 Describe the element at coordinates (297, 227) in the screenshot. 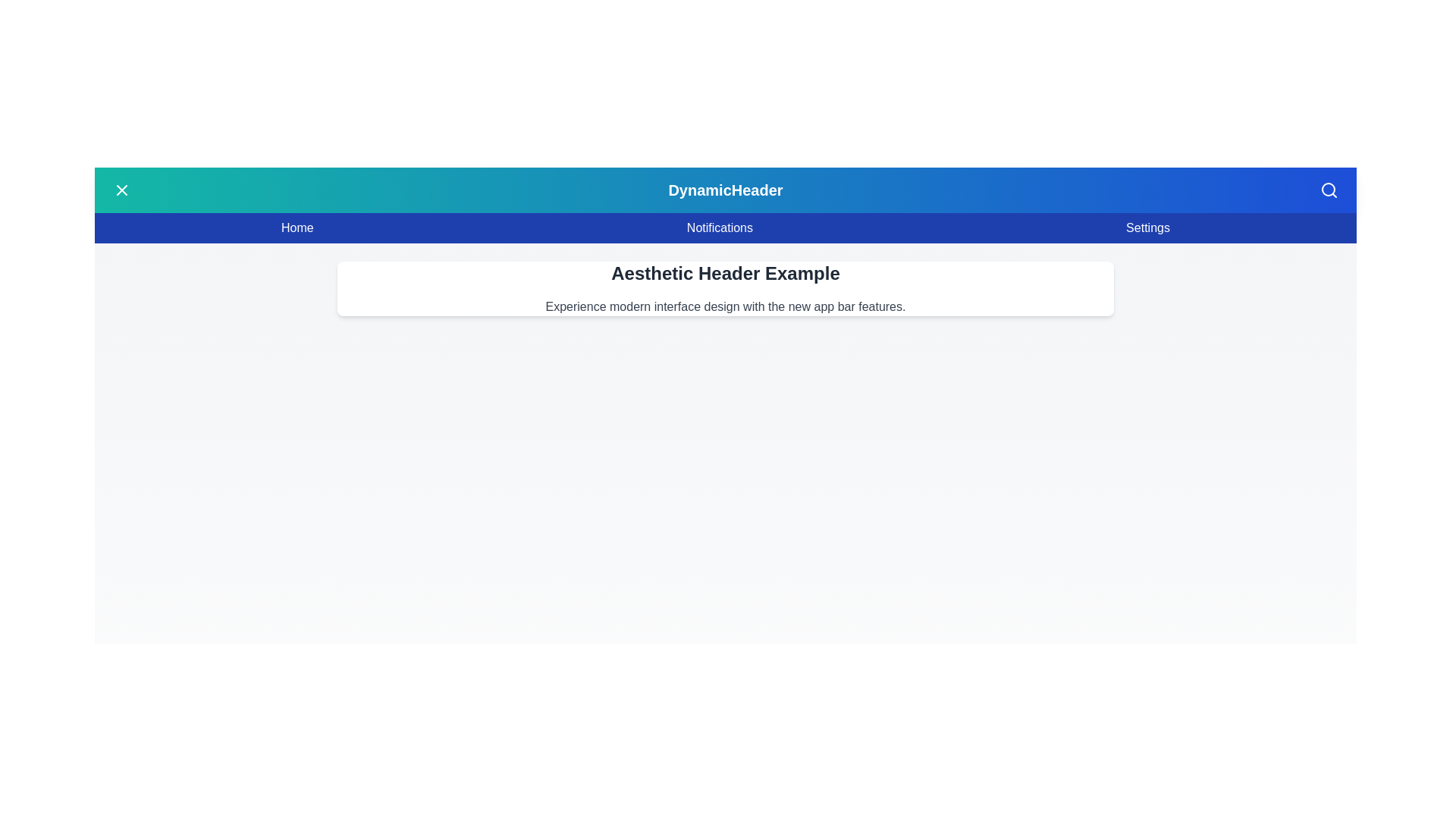

I see `the 'Home' menu item in the navigation bar` at that location.